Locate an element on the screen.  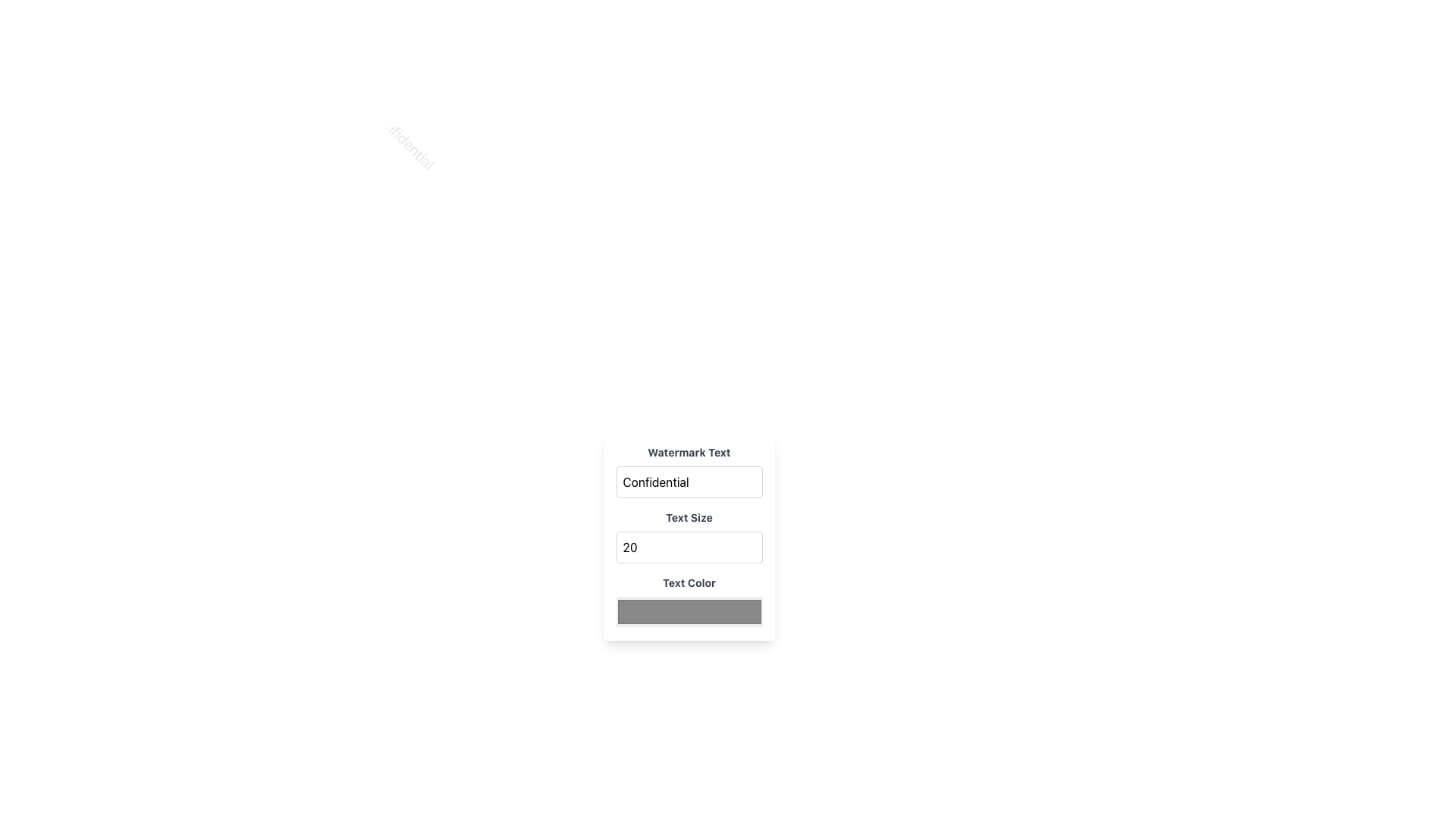
the white rectangular panel with rounded corners, which contains sections for 'Watermark Text,' 'Text Size,' and 'Text Color,' is located at coordinates (688, 536).